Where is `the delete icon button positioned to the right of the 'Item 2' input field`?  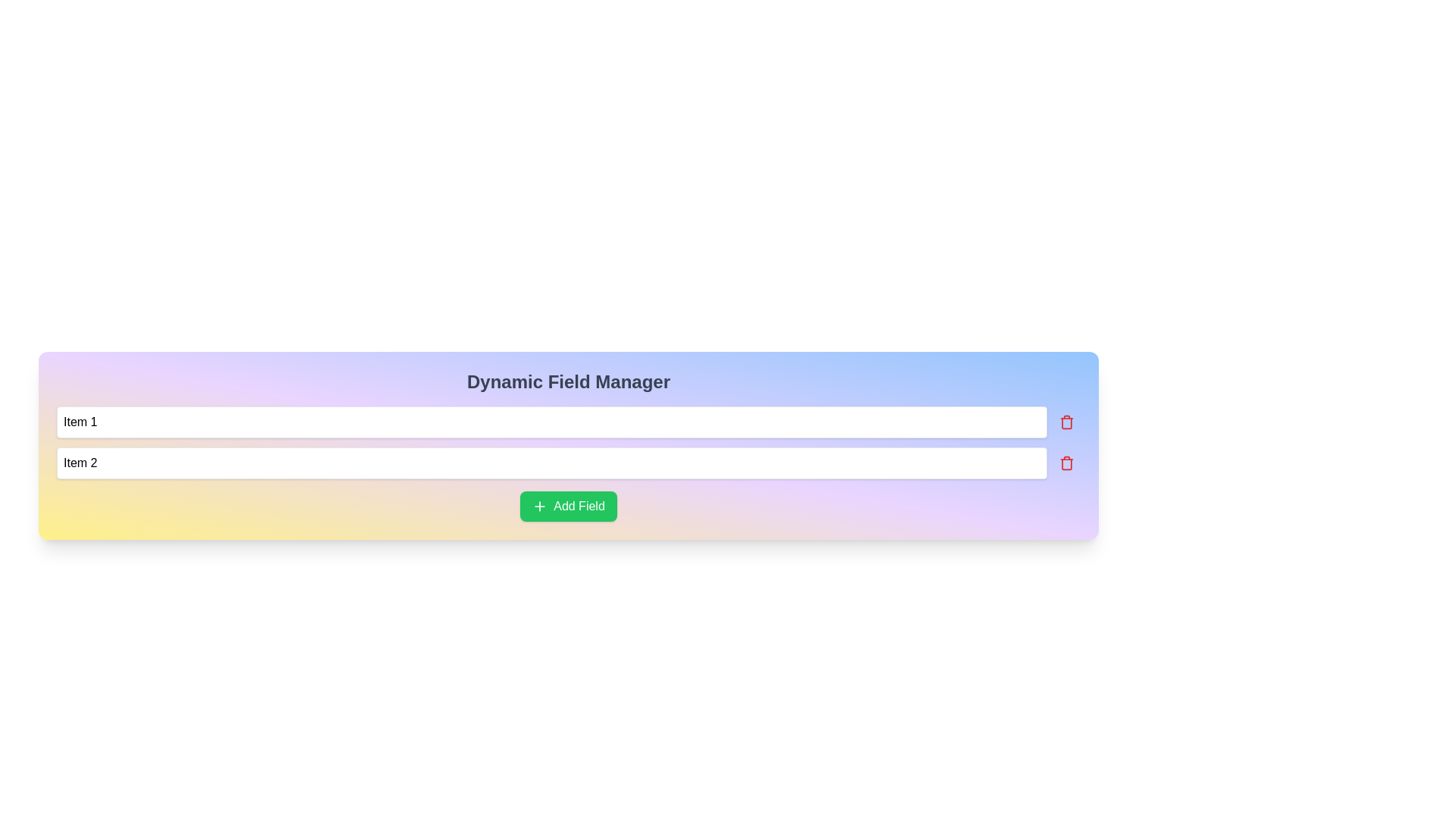
the delete icon button positioned to the right of the 'Item 2' input field is located at coordinates (1065, 462).